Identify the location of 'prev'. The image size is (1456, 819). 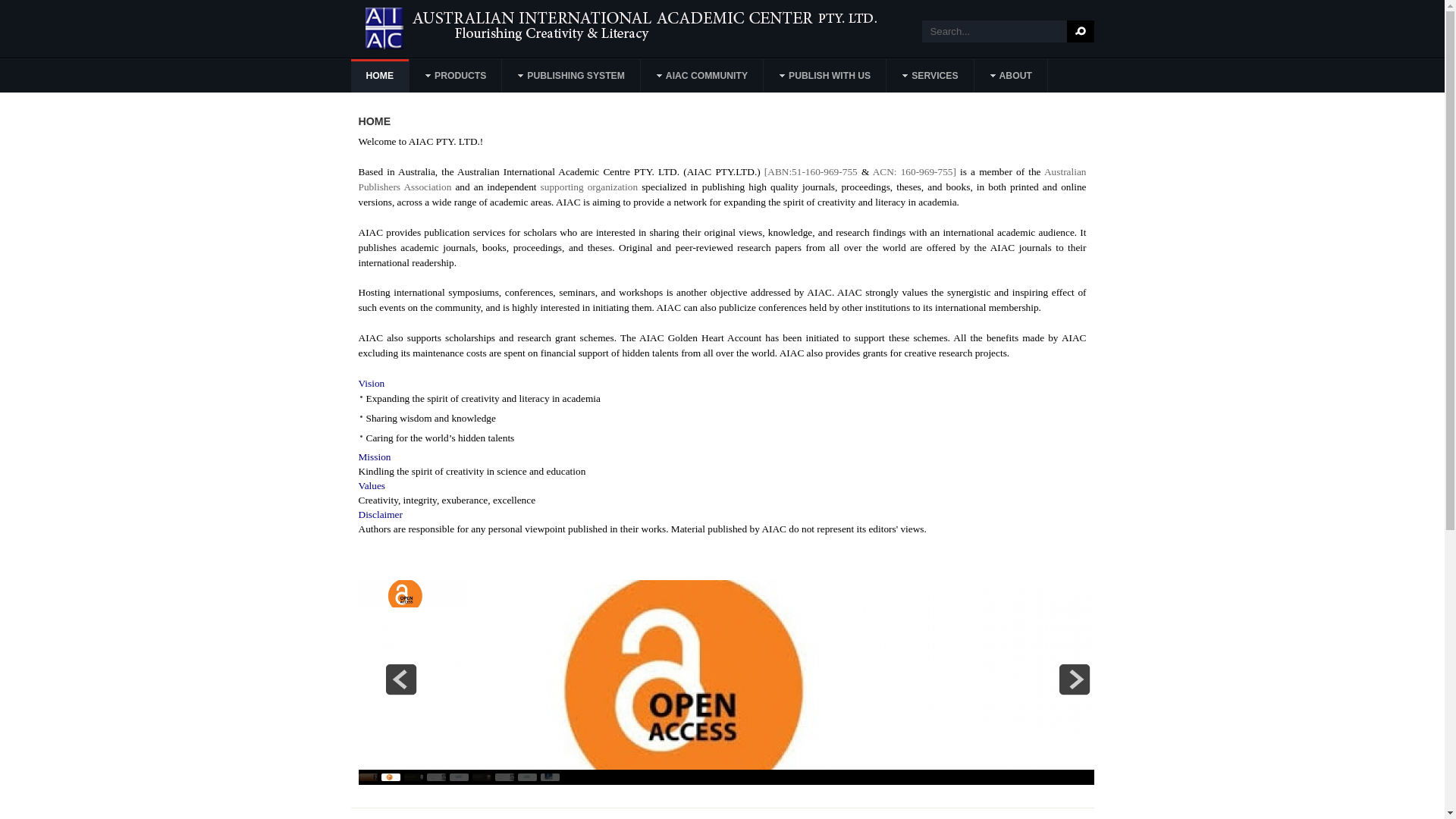
(400, 678).